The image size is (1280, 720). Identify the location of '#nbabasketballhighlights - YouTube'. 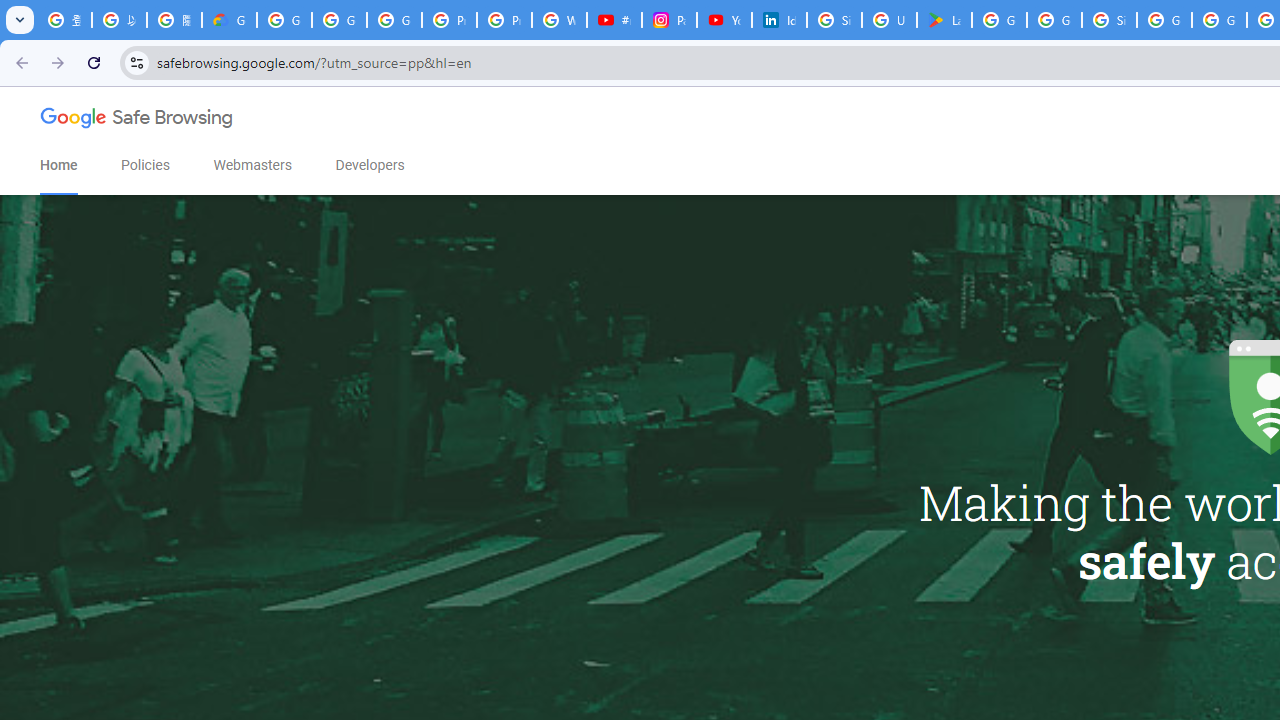
(614, 20).